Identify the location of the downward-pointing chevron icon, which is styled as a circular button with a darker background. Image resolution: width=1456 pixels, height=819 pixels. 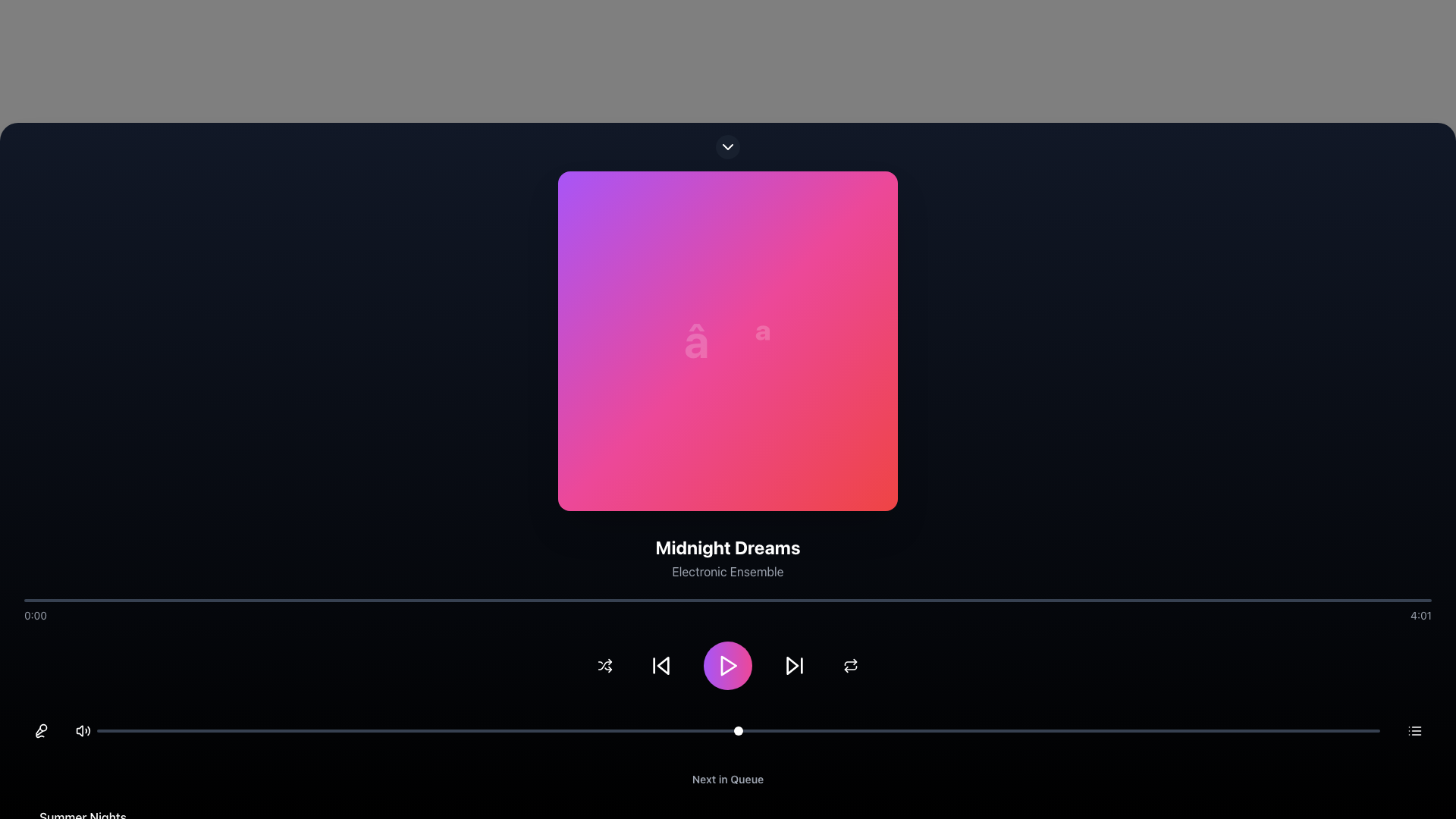
(728, 146).